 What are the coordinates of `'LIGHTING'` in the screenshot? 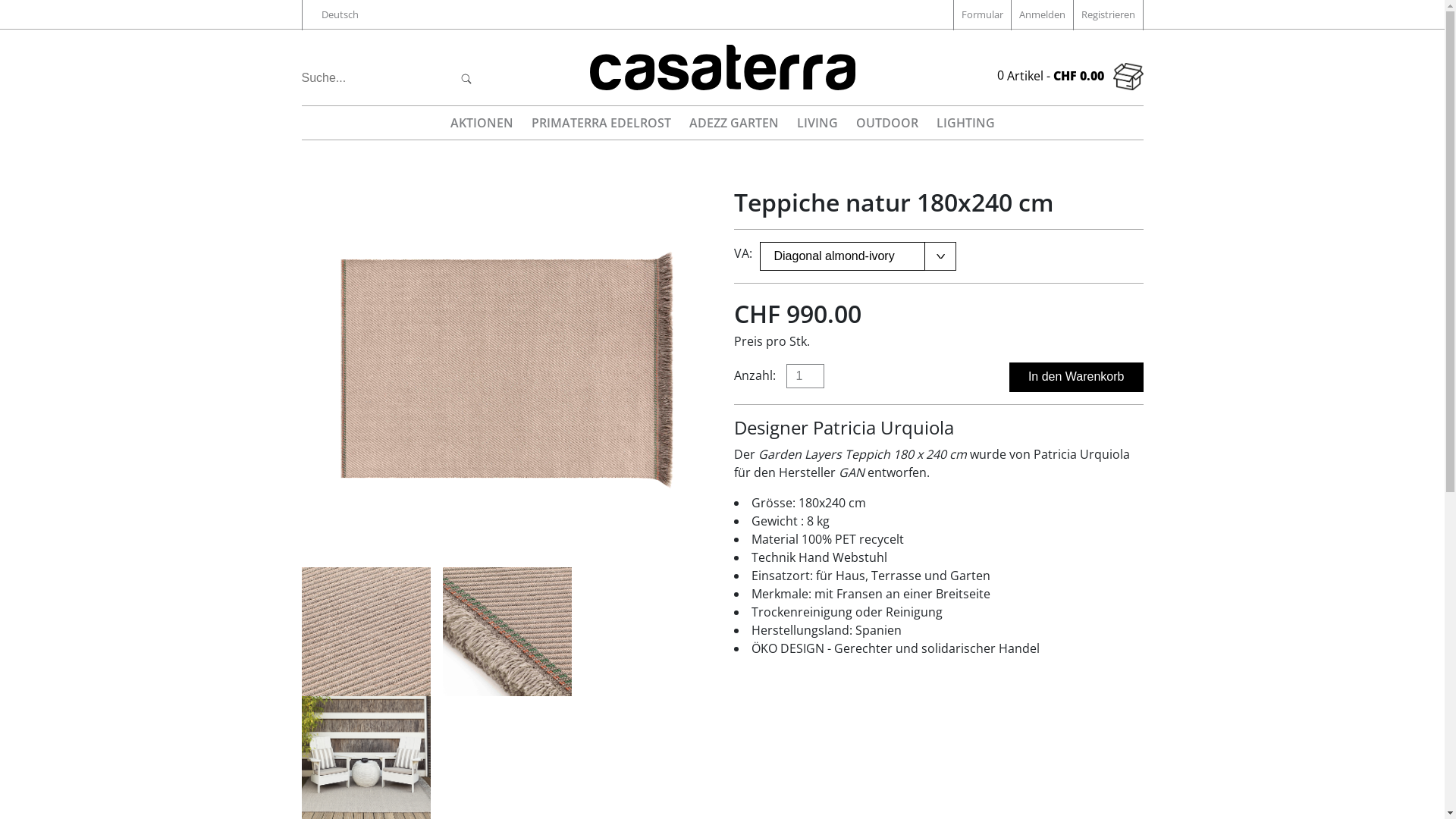 It's located at (964, 122).